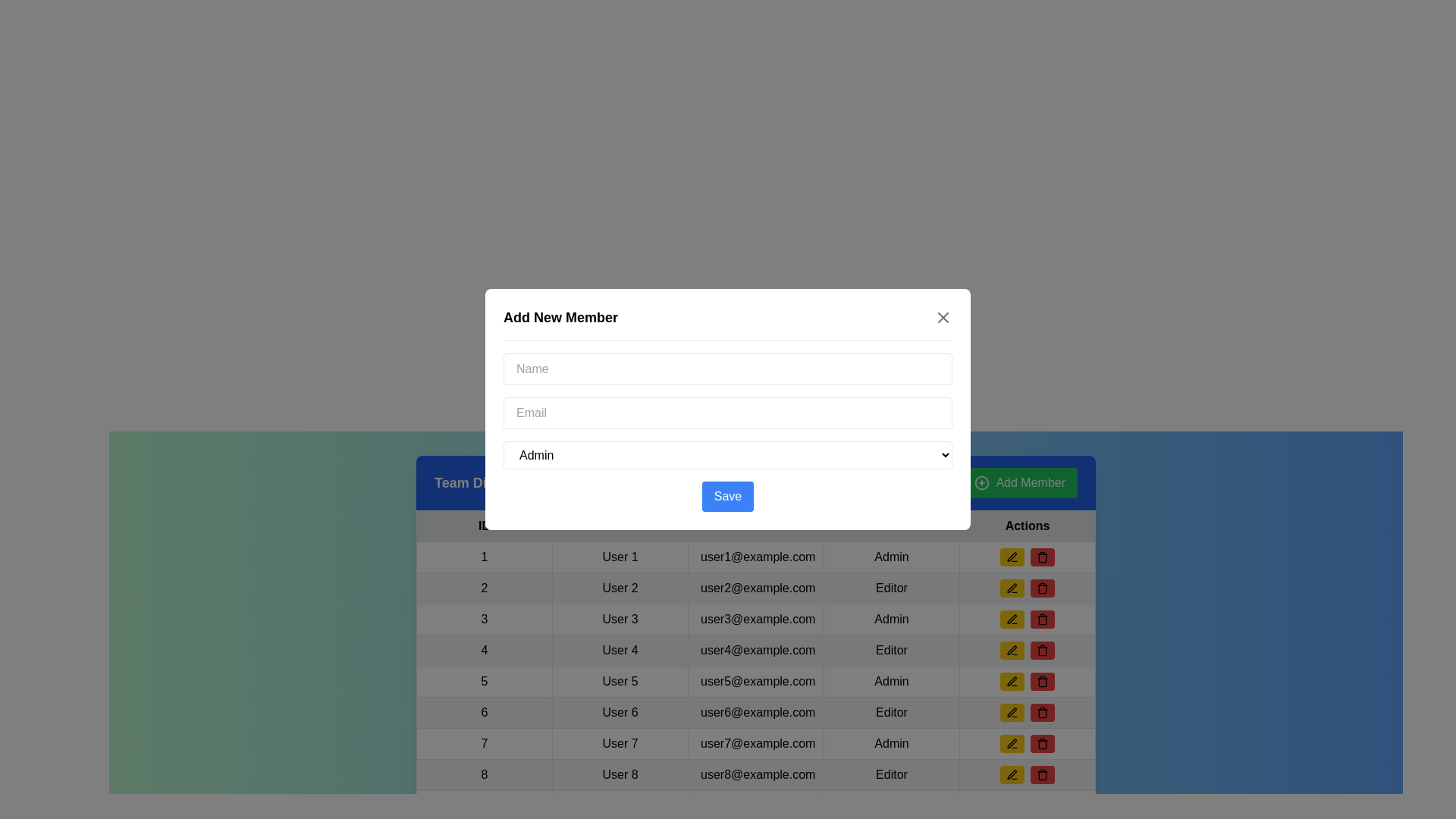 Image resolution: width=1456 pixels, height=819 pixels. I want to click on the yellow edit icon in the grouped button component located in the Actions column of the table for the entry with email 'user6@example.com' to initiate editing, so click(1027, 713).